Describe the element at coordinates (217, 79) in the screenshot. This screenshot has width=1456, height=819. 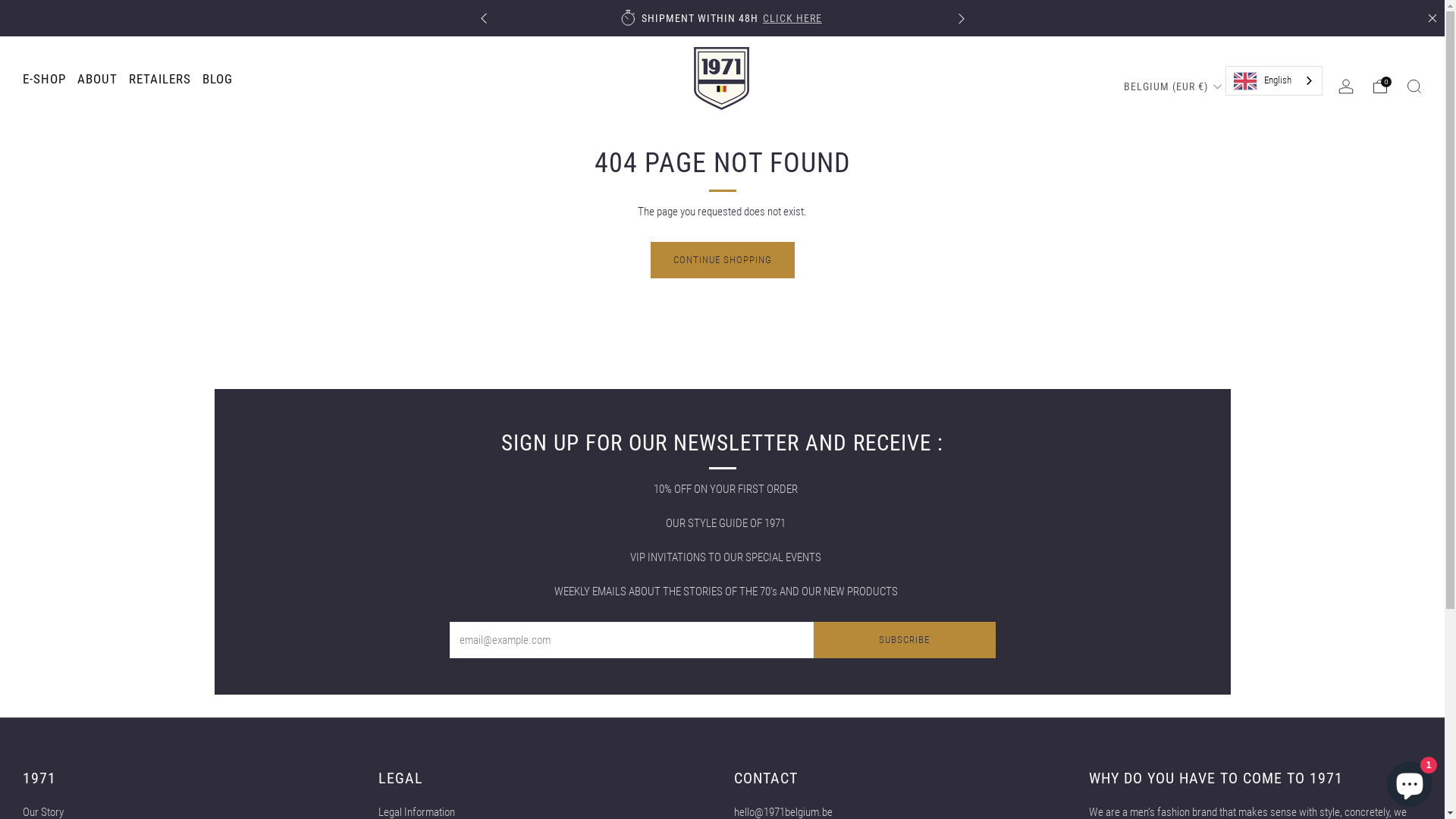
I see `'BLOG'` at that location.